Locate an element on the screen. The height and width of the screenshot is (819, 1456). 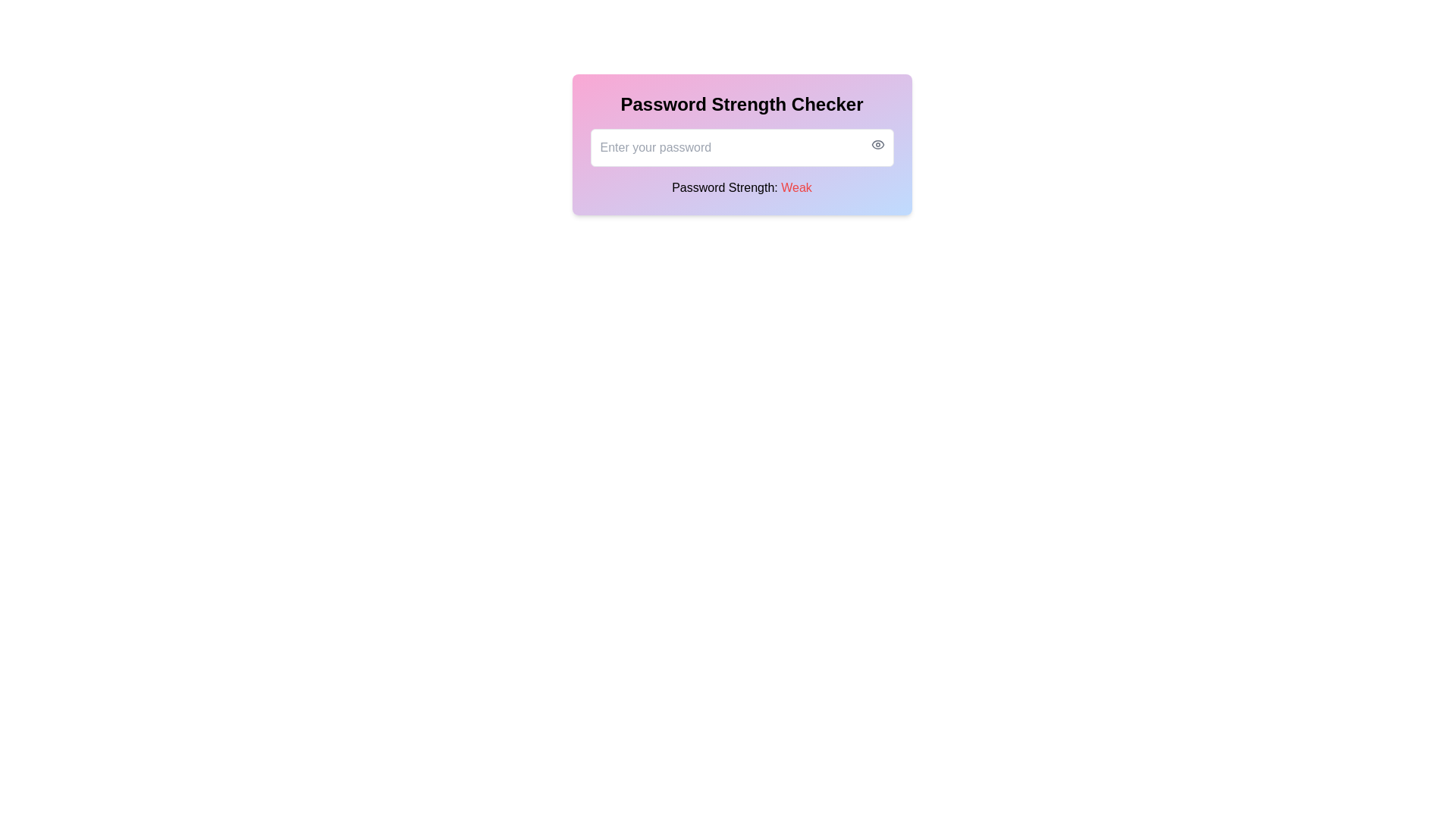
the eye icon button located at the top-right corner of the password input field is located at coordinates (877, 145).